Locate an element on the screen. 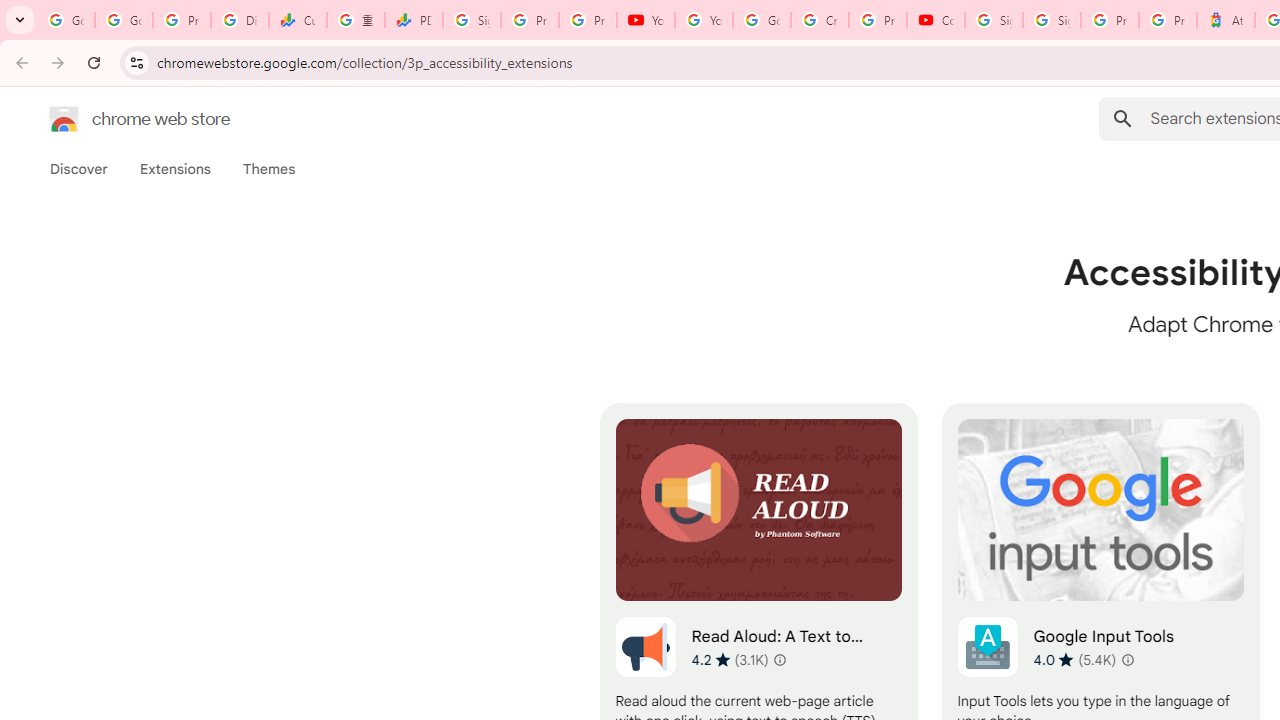  'Extensions' is located at coordinates (174, 168).